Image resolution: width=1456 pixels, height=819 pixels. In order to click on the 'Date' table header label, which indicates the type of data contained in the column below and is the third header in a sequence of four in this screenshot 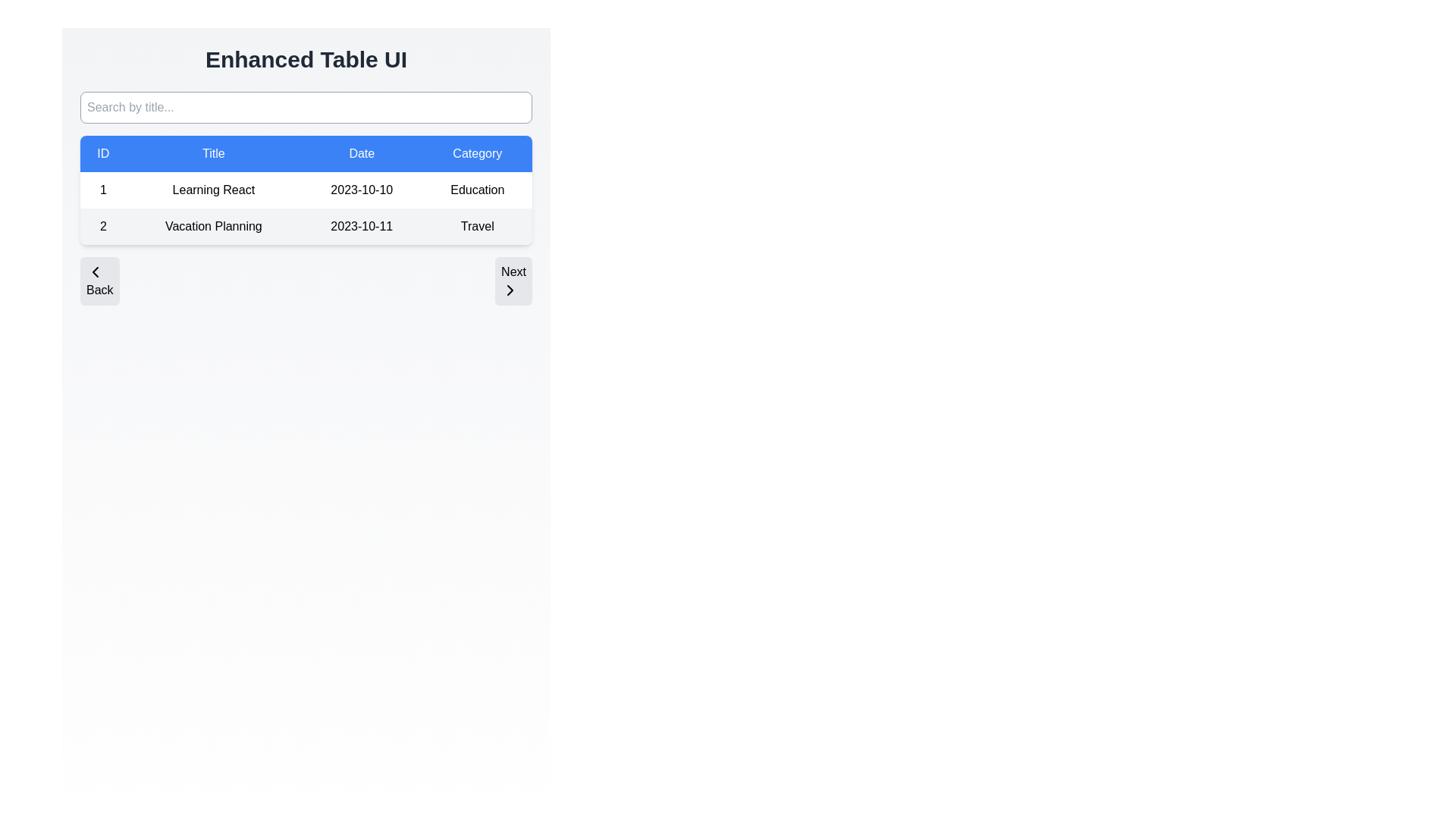, I will do `click(361, 154)`.